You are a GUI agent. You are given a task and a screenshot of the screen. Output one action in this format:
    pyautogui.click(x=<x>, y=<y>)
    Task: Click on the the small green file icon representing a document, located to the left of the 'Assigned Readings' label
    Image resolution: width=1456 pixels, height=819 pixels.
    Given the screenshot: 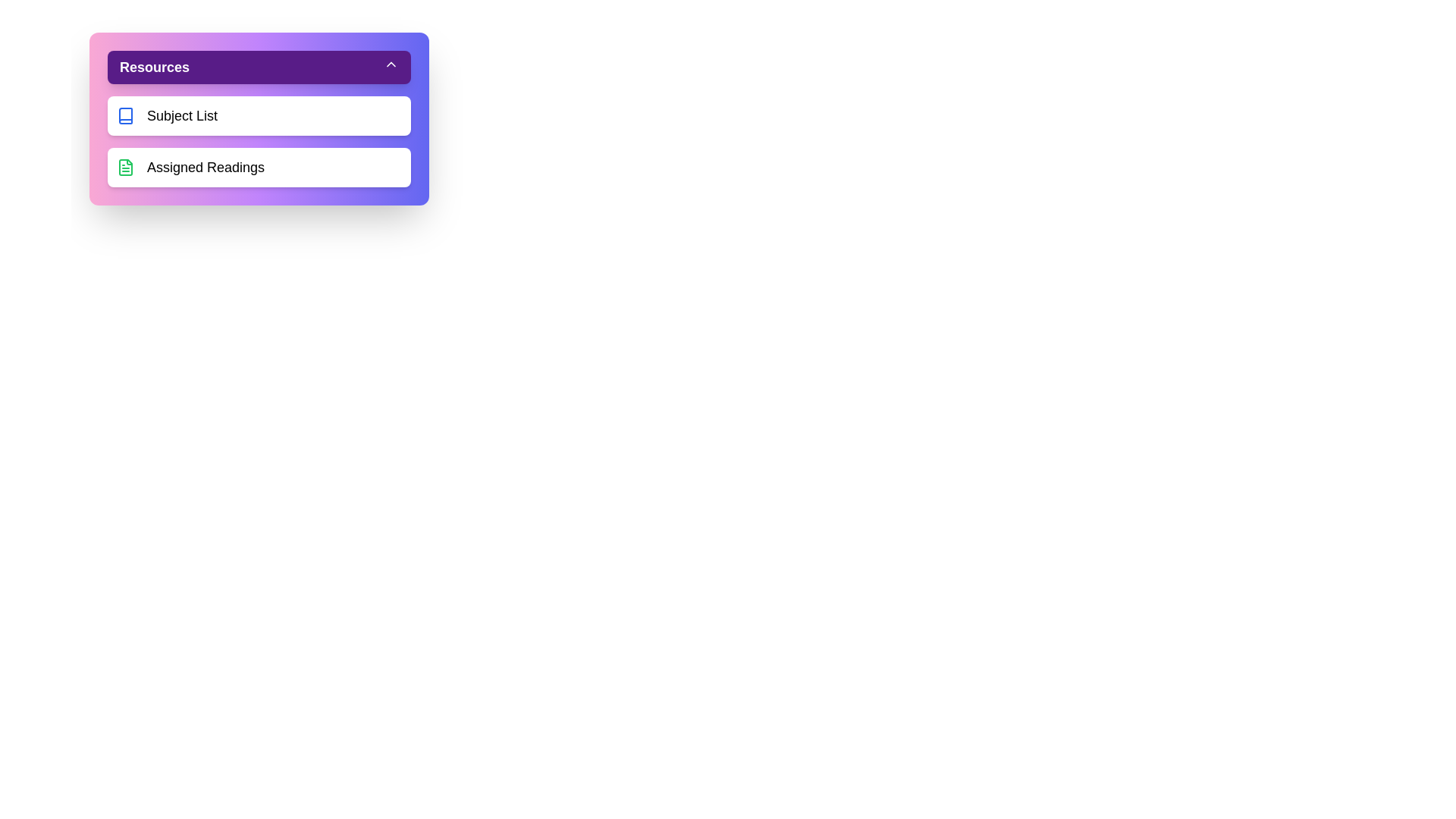 What is the action you would take?
    pyautogui.click(x=126, y=167)
    